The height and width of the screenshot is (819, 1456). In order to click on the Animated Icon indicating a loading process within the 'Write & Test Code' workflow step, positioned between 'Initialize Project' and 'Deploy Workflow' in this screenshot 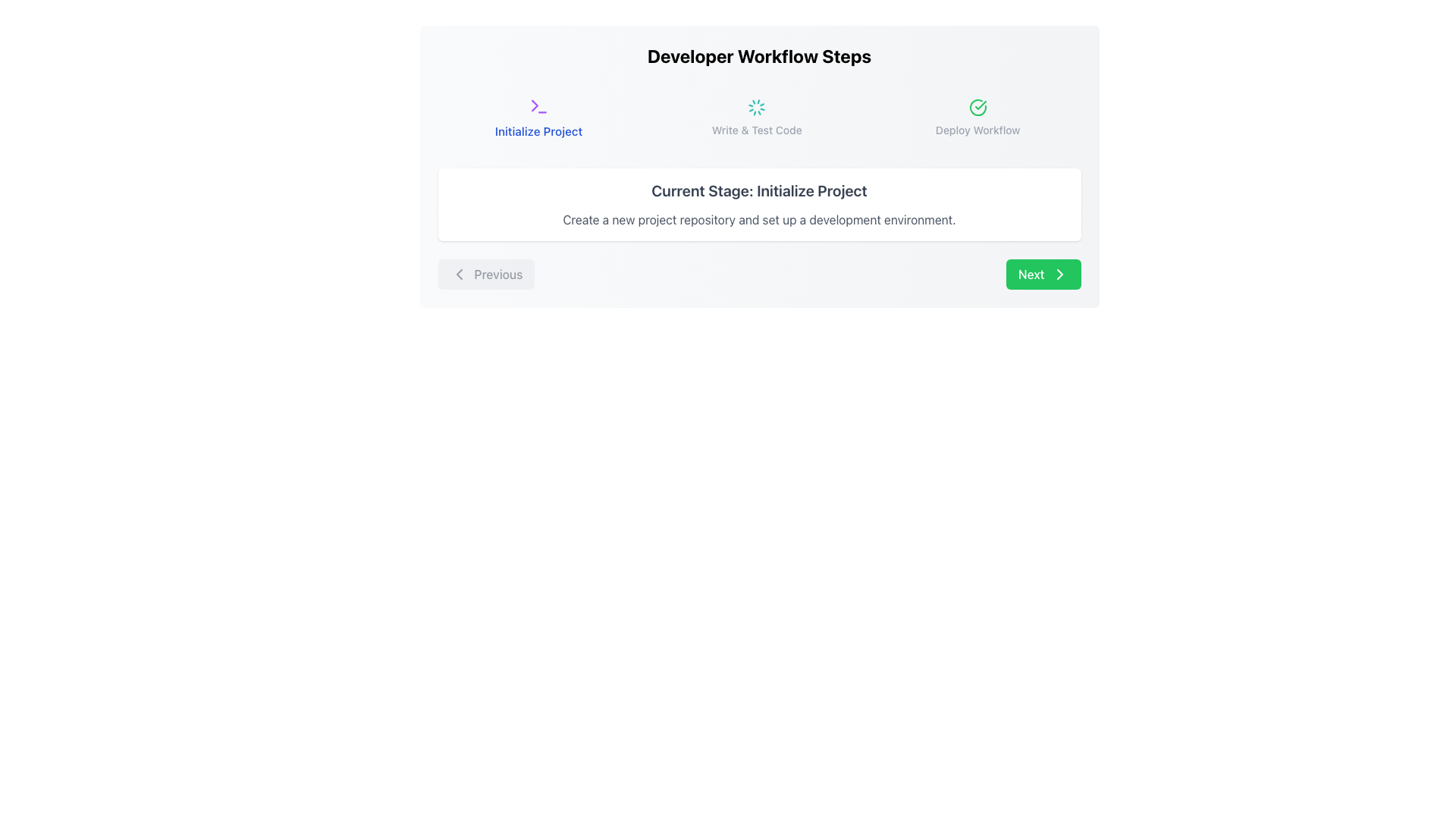, I will do `click(757, 107)`.